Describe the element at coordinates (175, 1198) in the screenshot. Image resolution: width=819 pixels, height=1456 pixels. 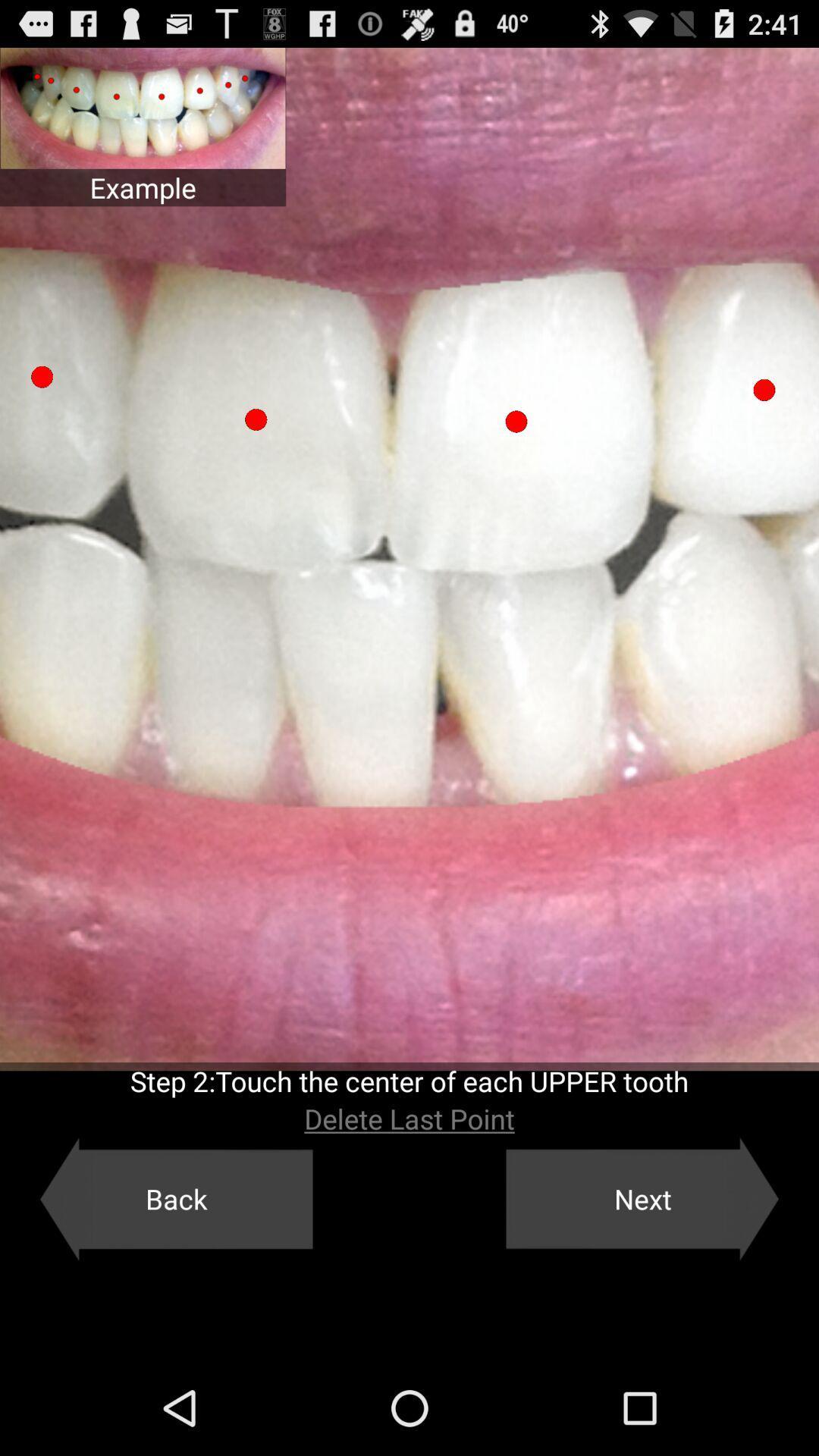
I see `the back icon` at that location.